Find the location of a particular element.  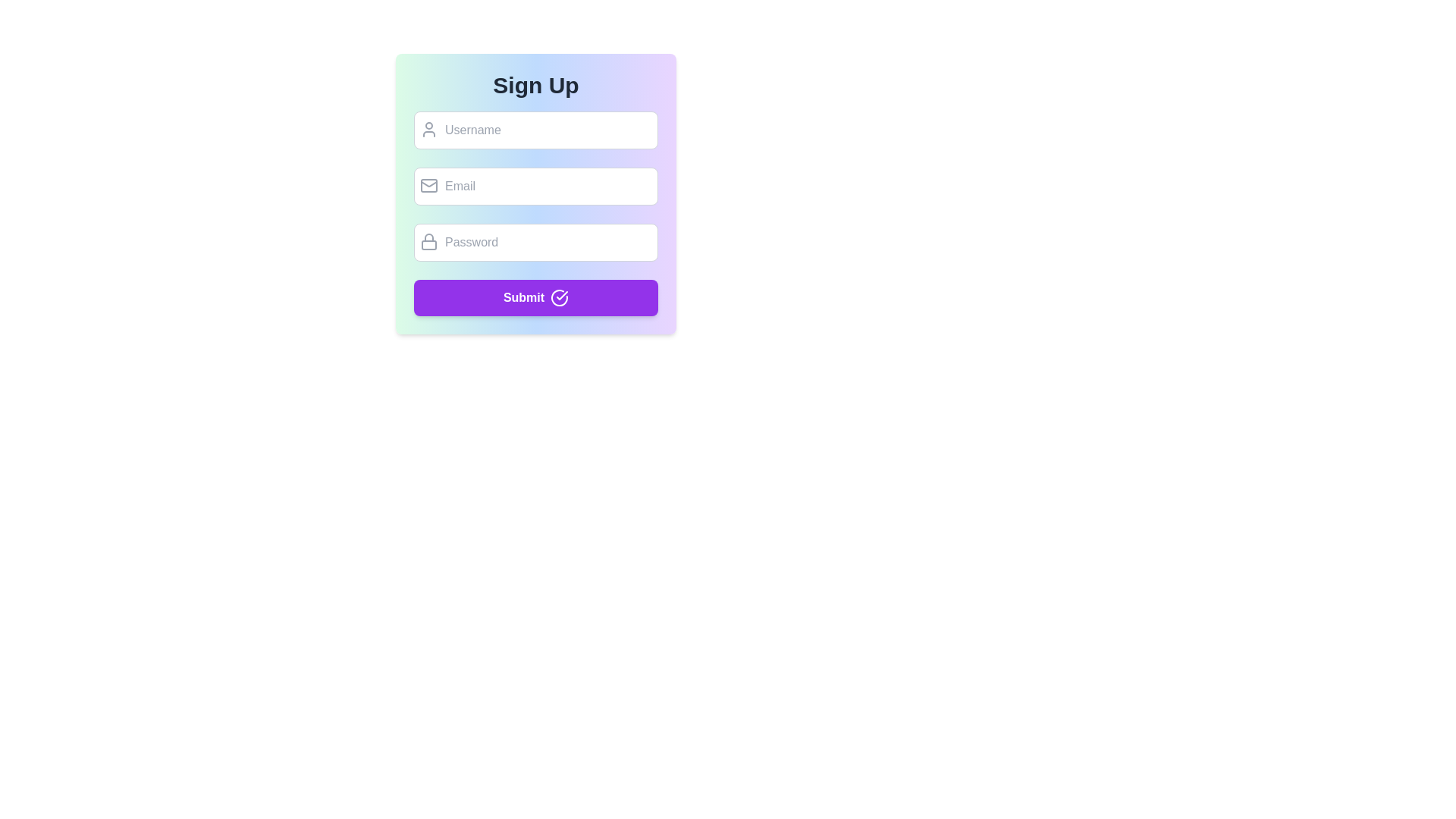

the user silhouette icon located within the username input field, positioned towards the left side adjacent to the placeholder text 'Username' is located at coordinates (428, 128).